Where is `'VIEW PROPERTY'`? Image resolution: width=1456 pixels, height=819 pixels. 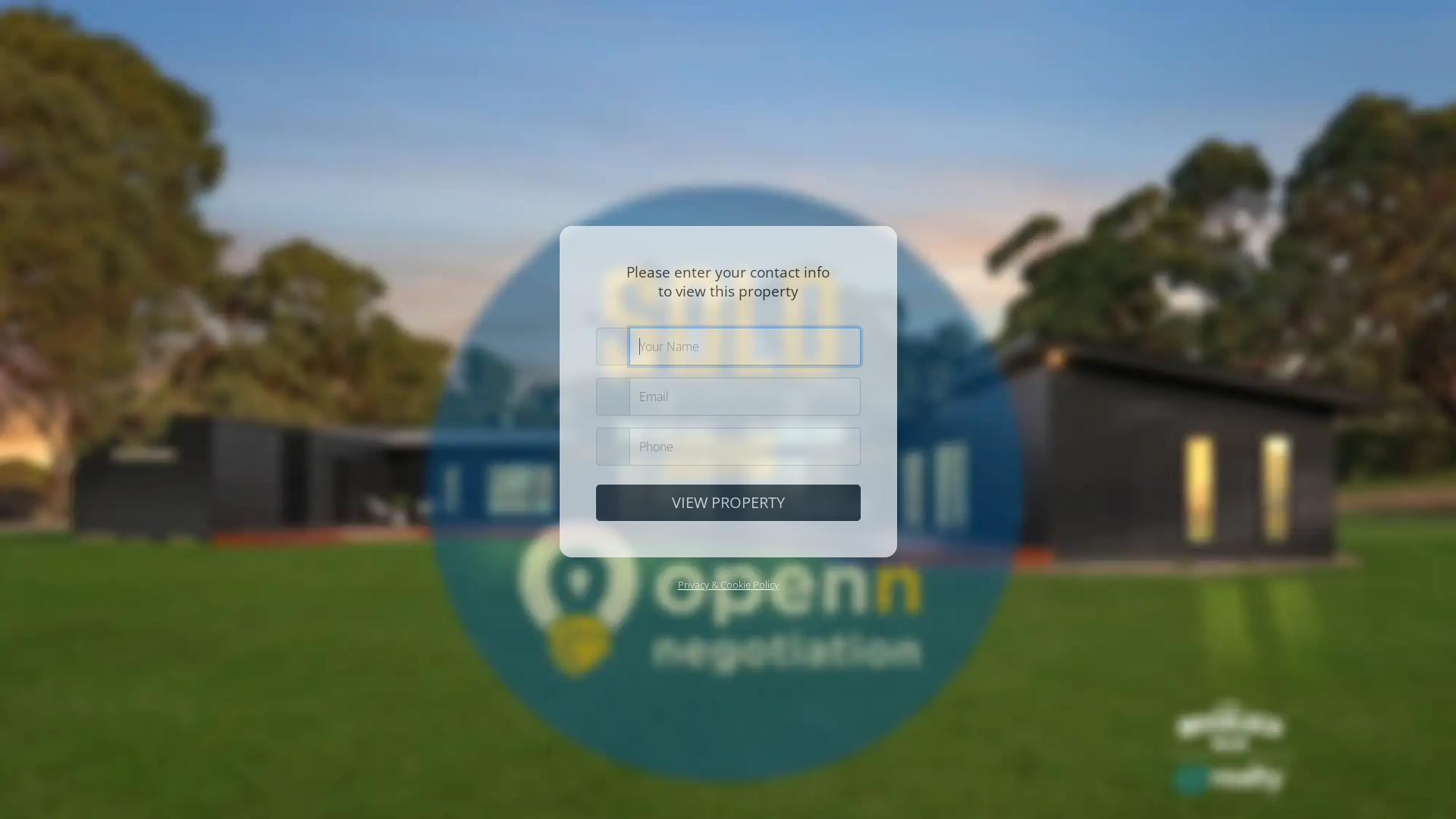
'VIEW PROPERTY' is located at coordinates (728, 503).